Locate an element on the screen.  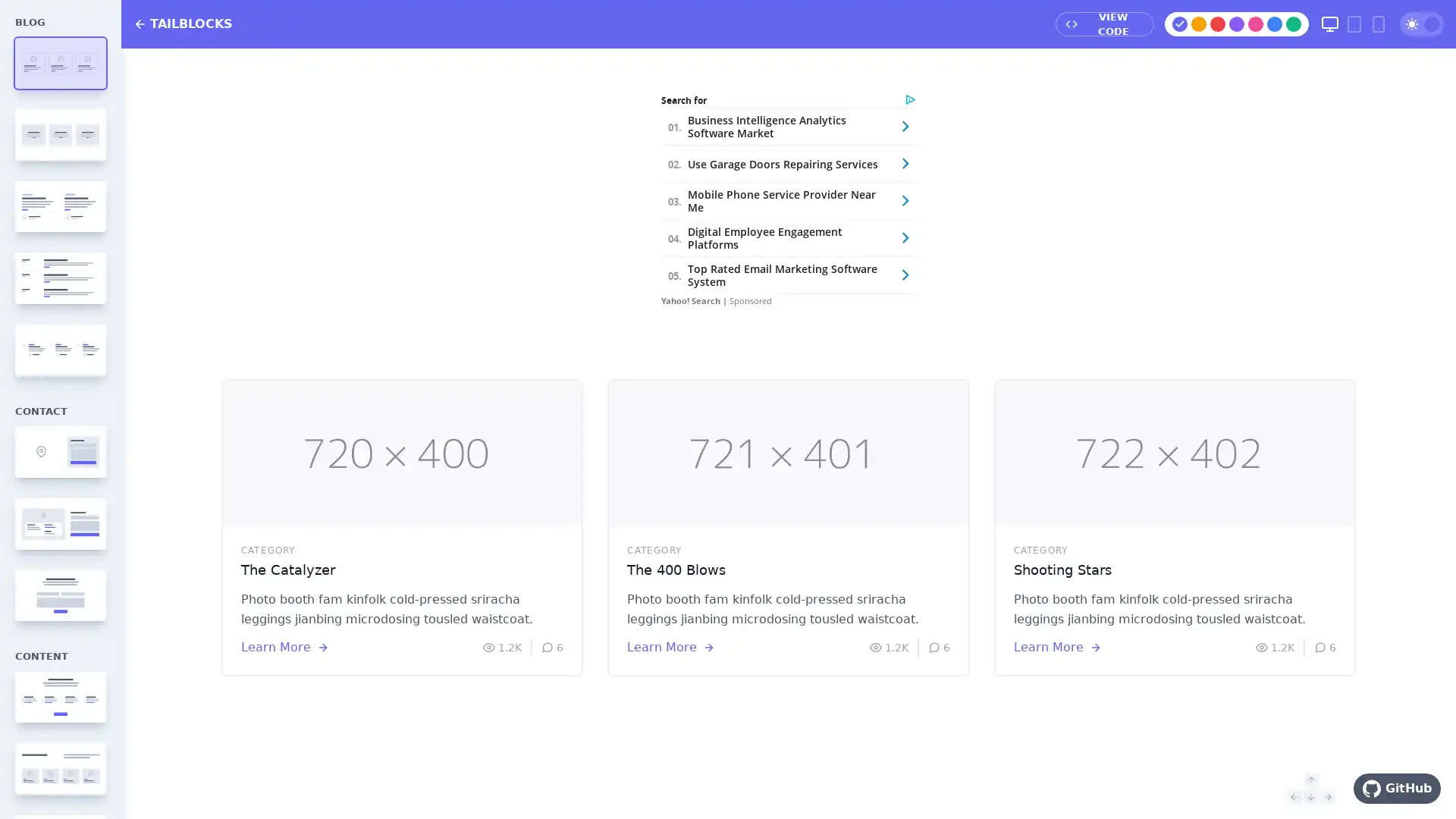
TAILBLOCKS is located at coordinates (182, 24).